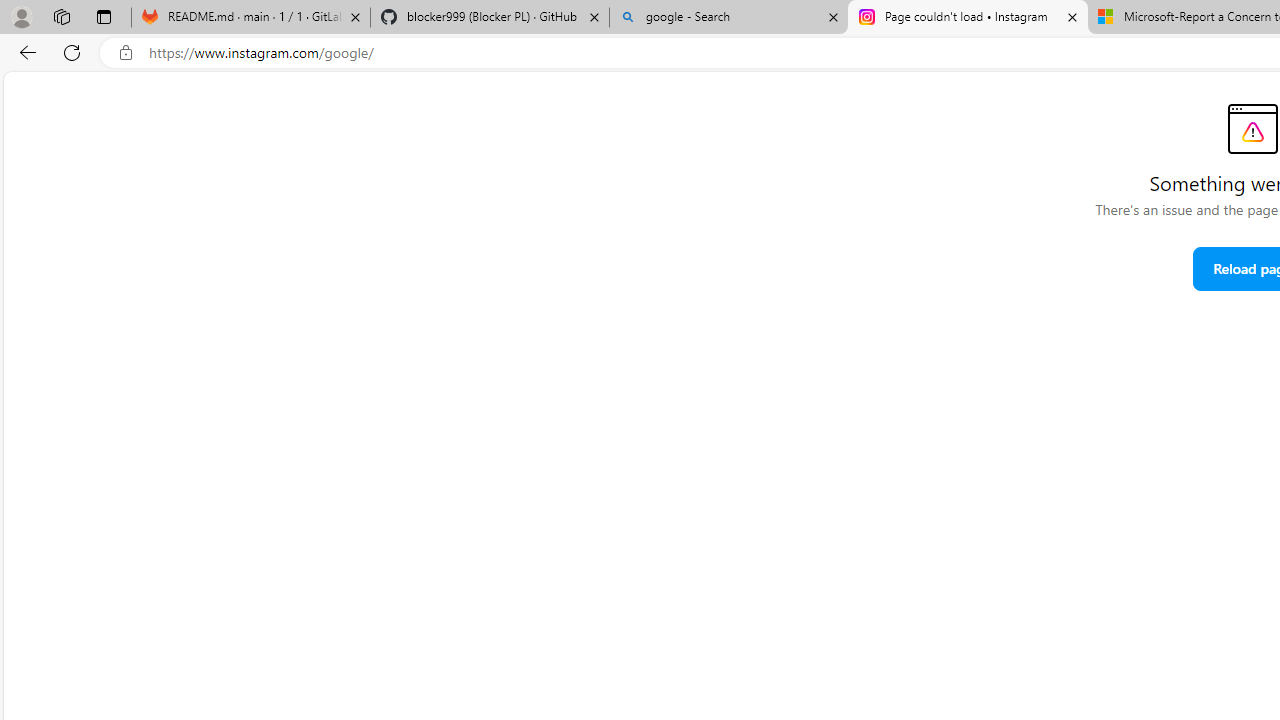  I want to click on 'Personal Profile', so click(21, 16).